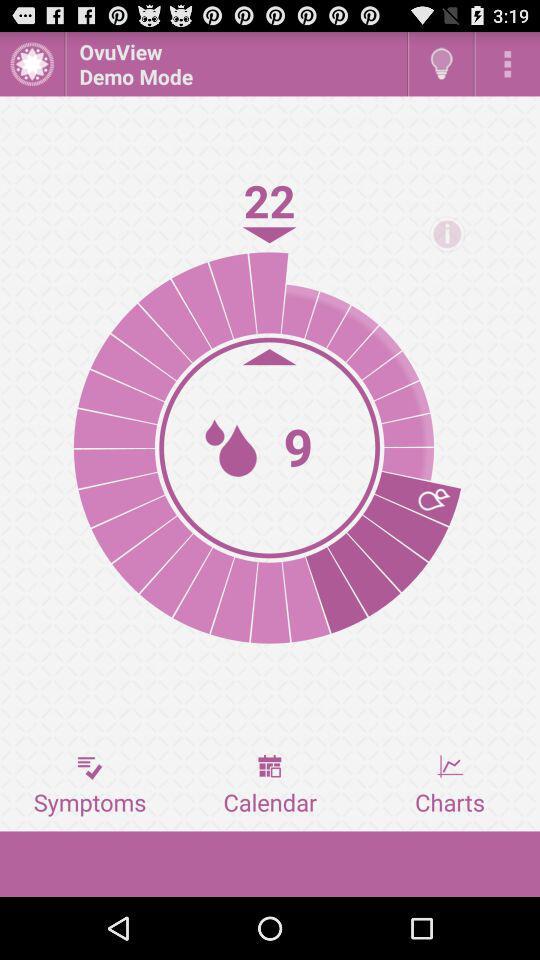 The image size is (540, 960). I want to click on the item next to calendar, so click(89, 785).